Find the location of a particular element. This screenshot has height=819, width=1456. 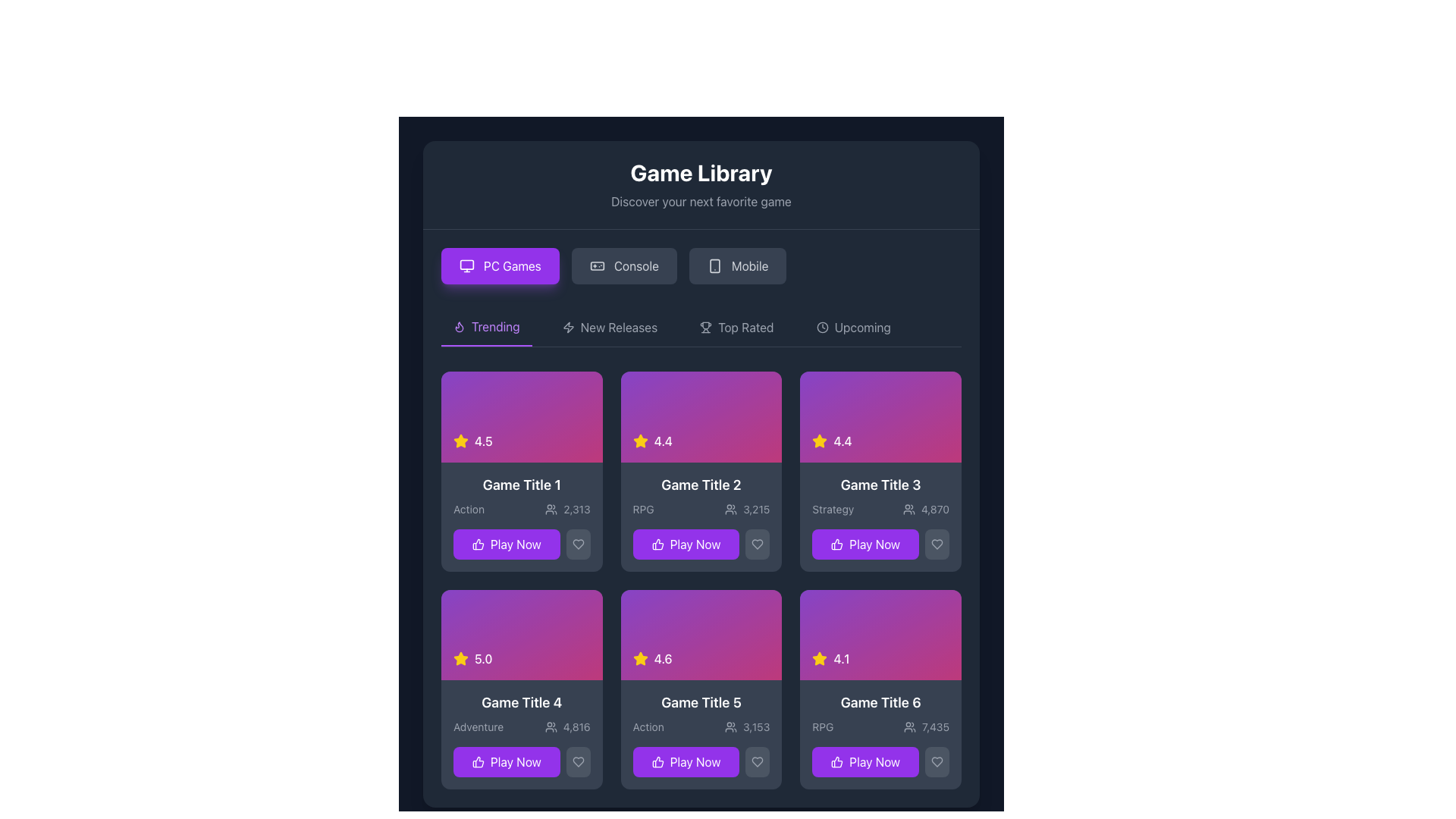

the text label displaying 'RPG' in gray color, positioned above the 'Play Now' button in the lower right card of the grid layout is located at coordinates (822, 726).